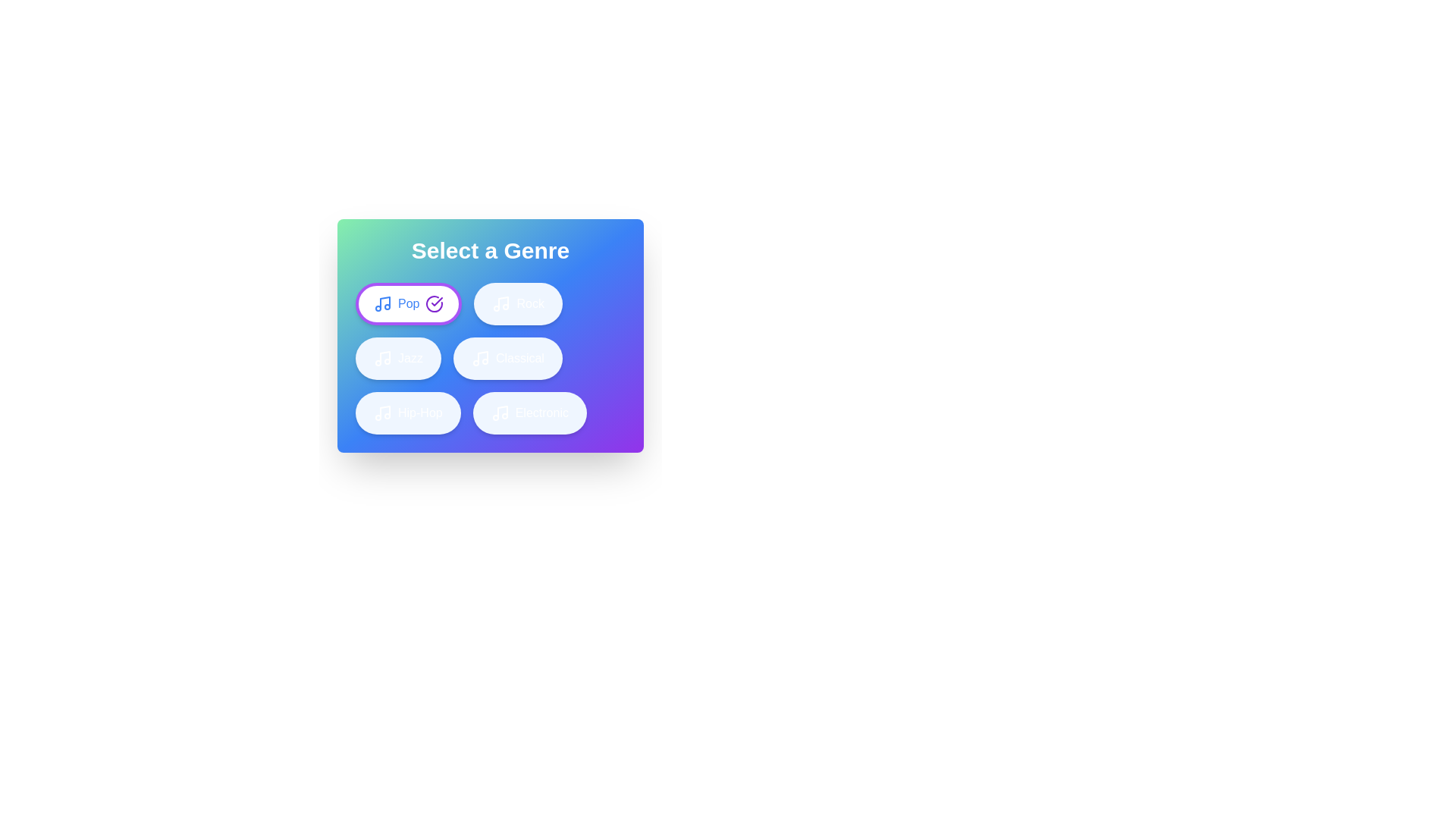 The width and height of the screenshot is (1456, 819). I want to click on the vertical line segment resembling a music note's stem, which is part of the 'Classical' option in the genre selection grid, so click(482, 357).